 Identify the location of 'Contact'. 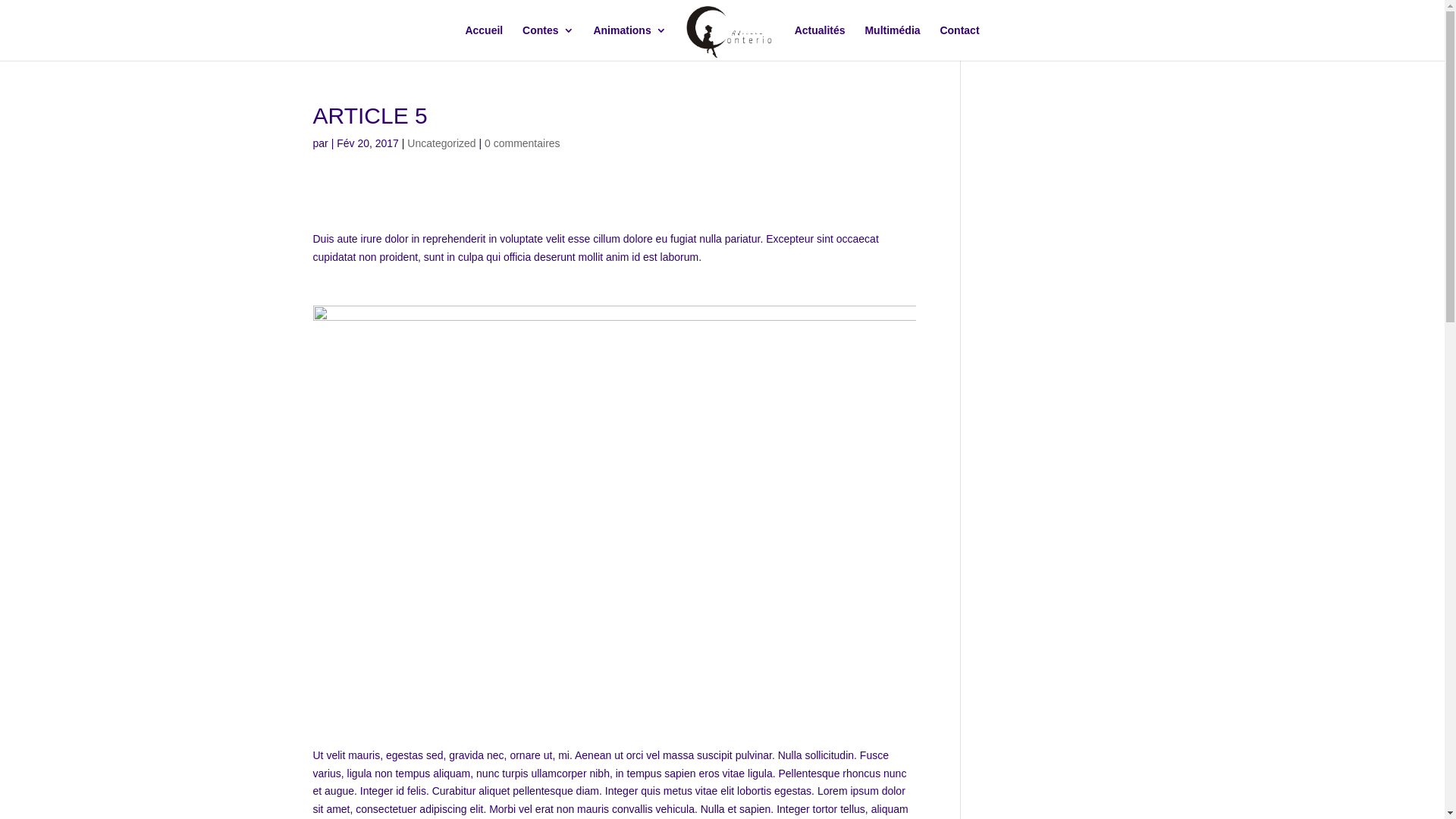
(959, 42).